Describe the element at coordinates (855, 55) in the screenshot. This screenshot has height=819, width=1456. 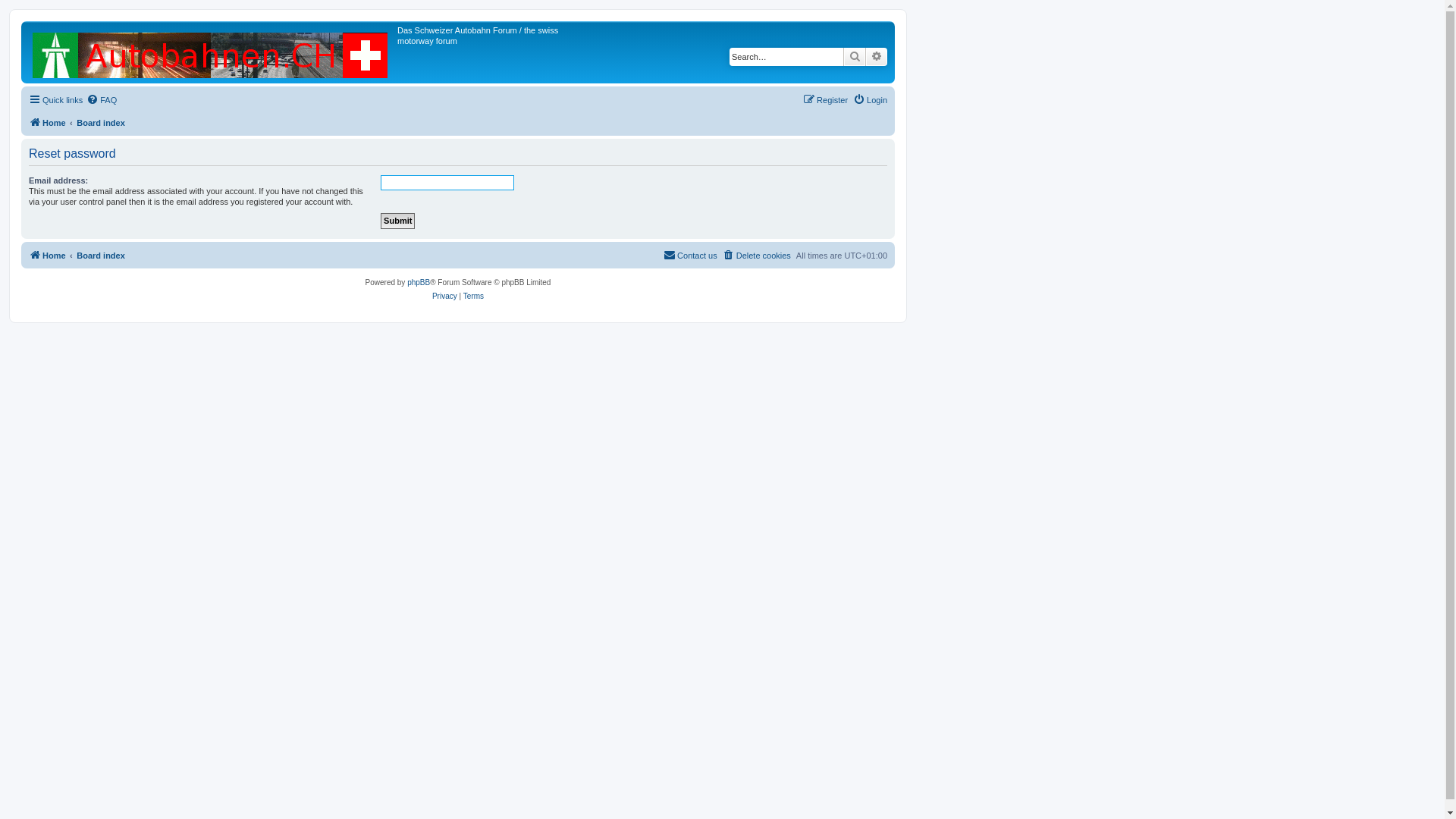
I see `'Search'` at that location.